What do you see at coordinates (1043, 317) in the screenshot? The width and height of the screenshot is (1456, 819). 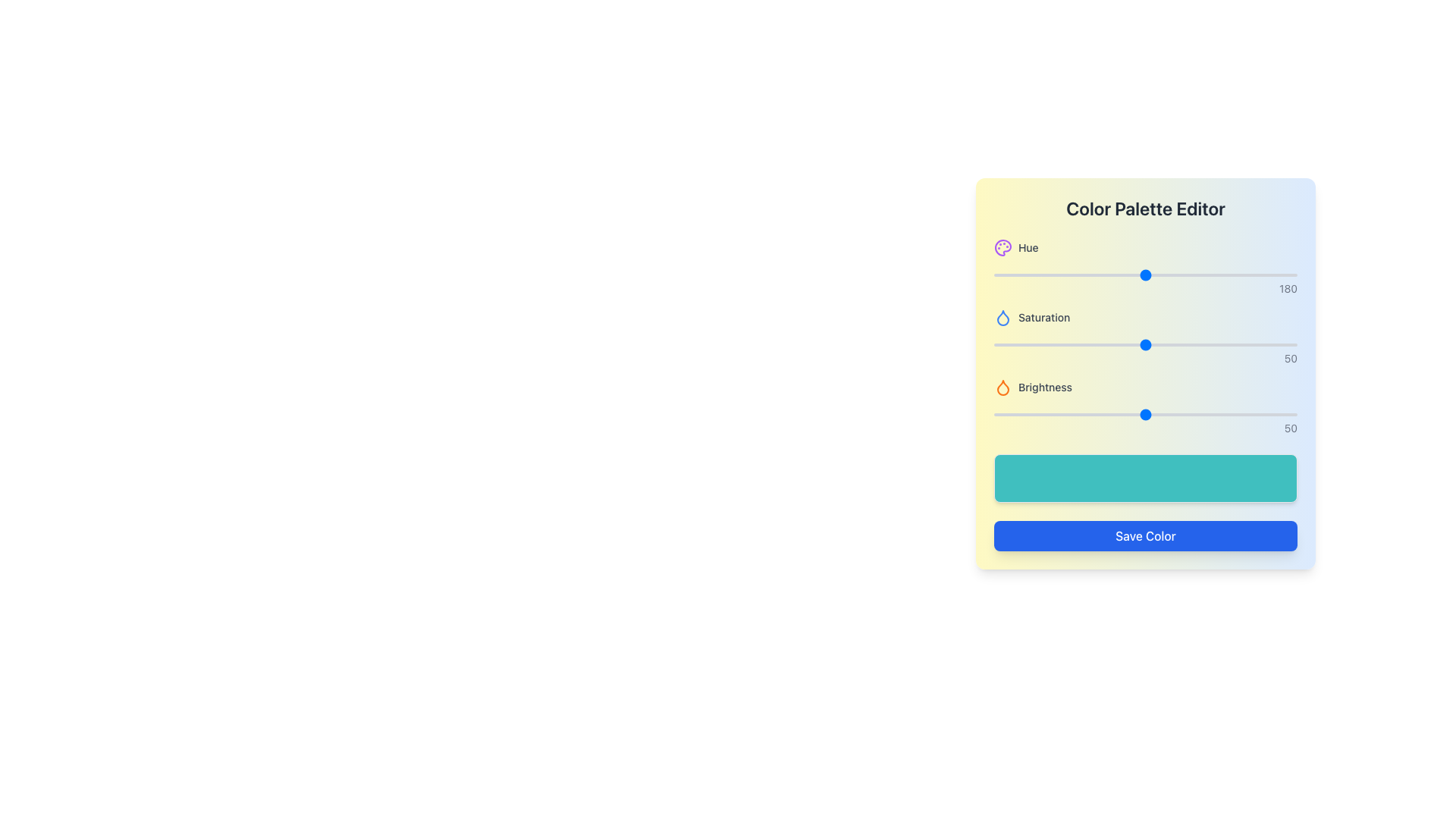 I see `the 'Saturation' label, which is styled in a medium-sized, sans-serif font and located next to a blue droplet icon` at bounding box center [1043, 317].